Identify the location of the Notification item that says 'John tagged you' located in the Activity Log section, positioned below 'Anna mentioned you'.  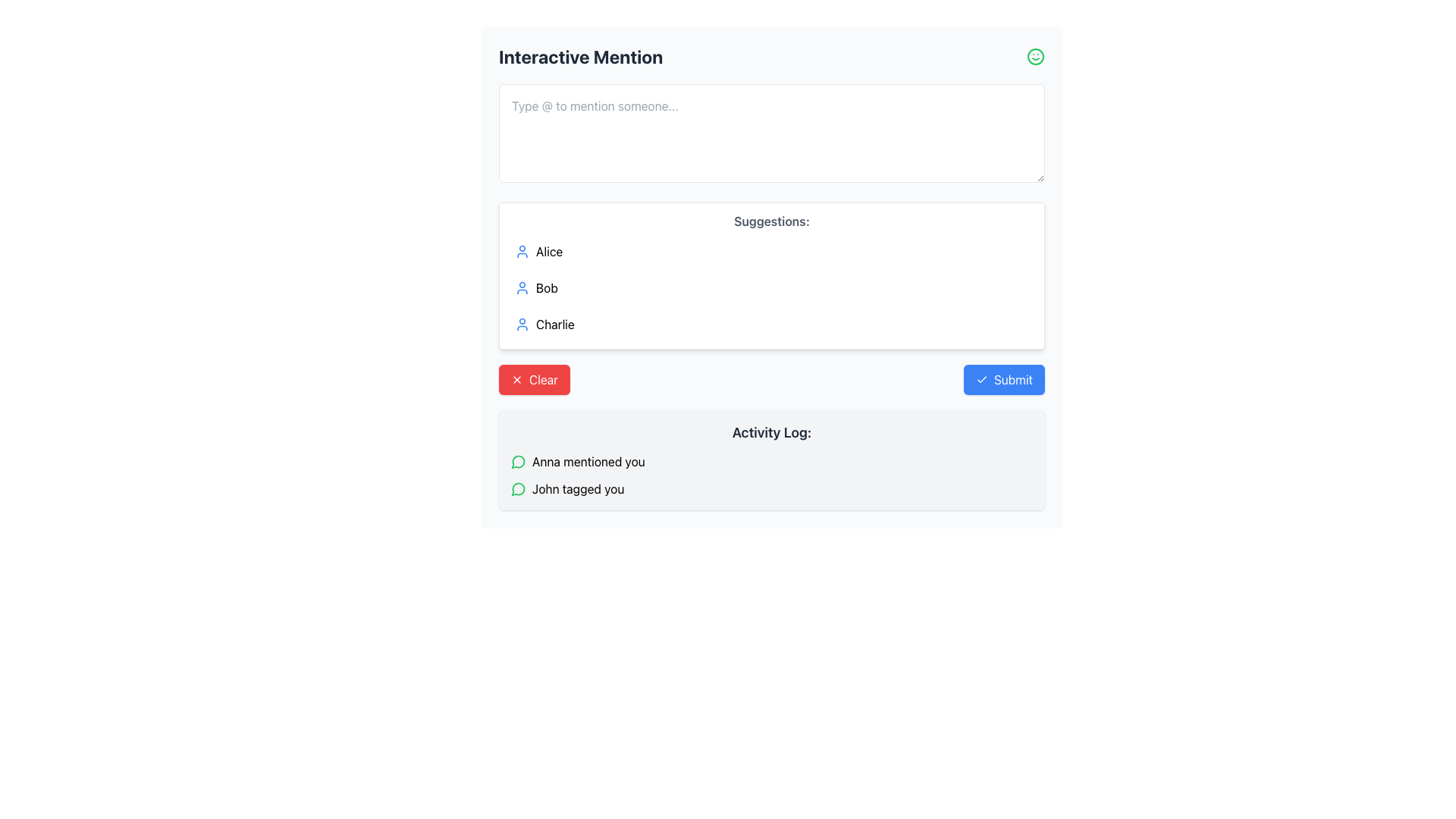
(771, 488).